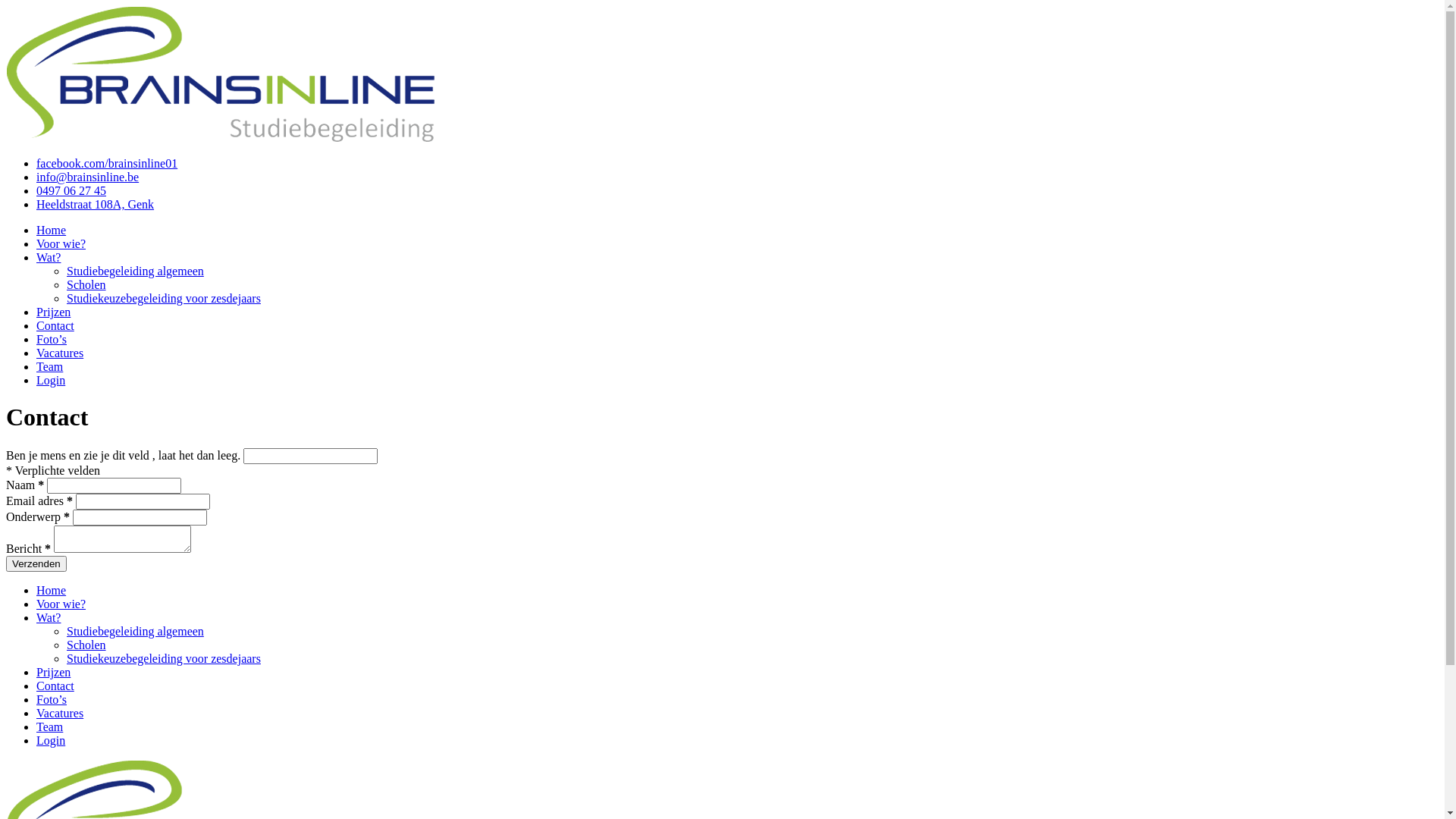 The width and height of the screenshot is (1456, 819). I want to click on 'info@brainsinline.be', so click(86, 176).